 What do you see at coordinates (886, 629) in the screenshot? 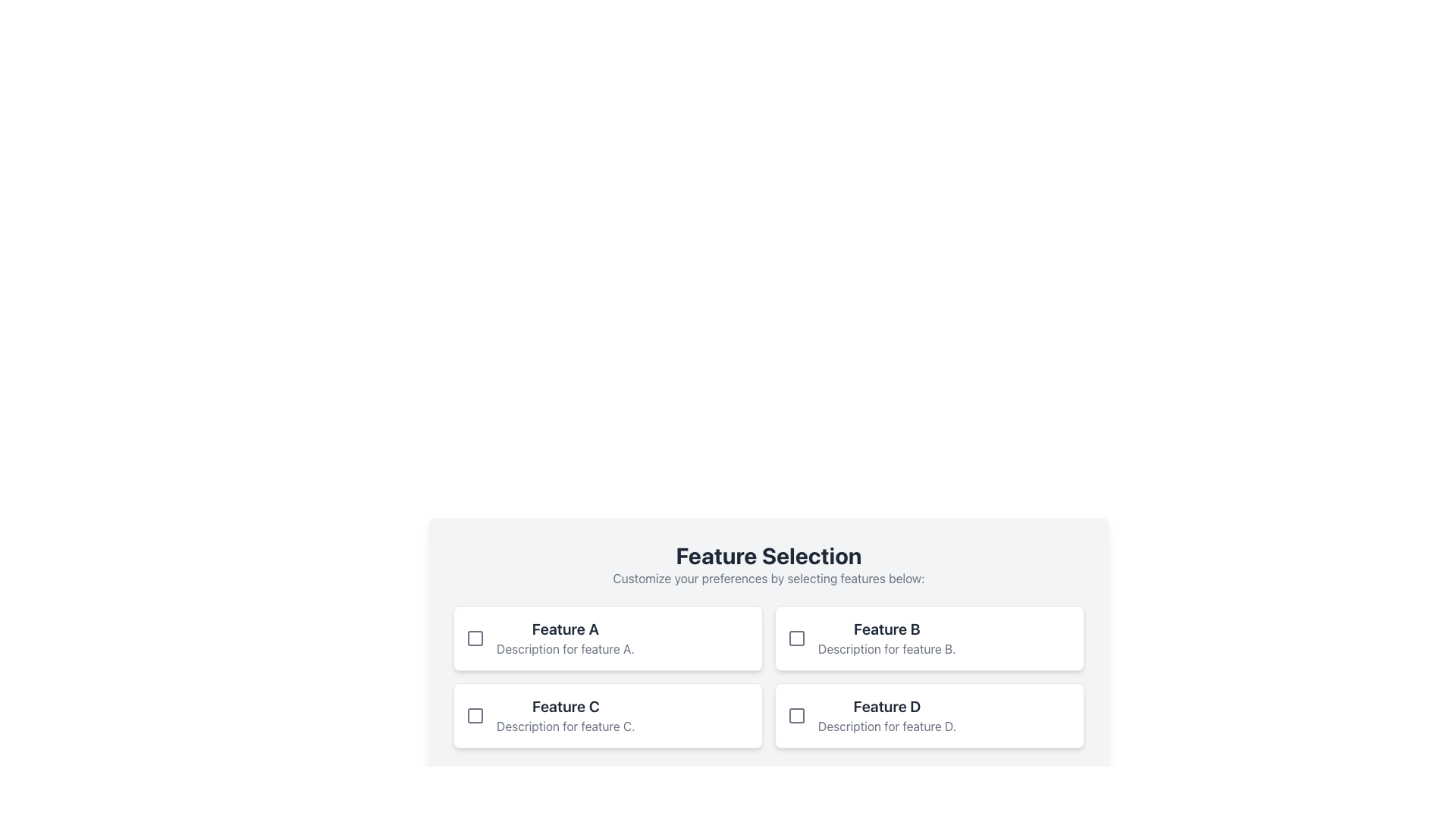
I see `text from the heading label of the 'Feature B' card located in the second column of the first row under the 'Feature Selection' section` at bounding box center [886, 629].